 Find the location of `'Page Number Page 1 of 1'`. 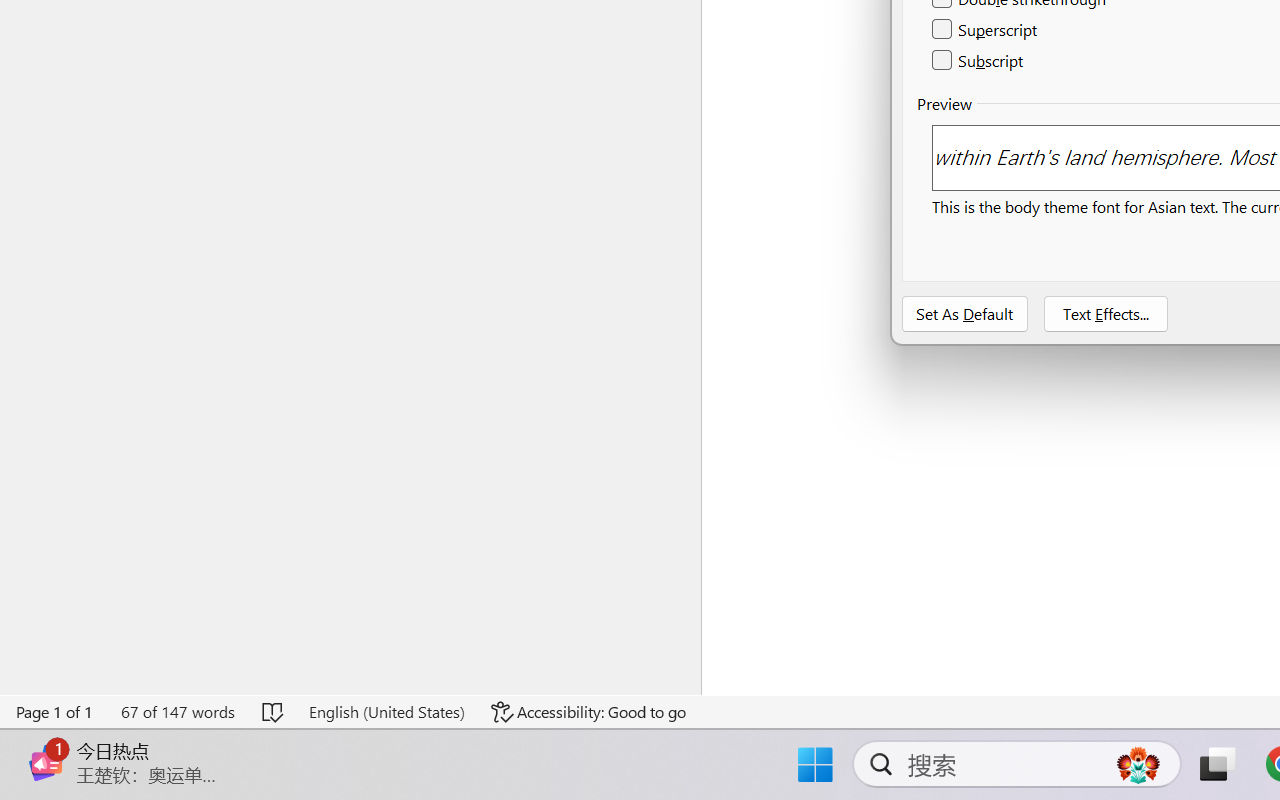

'Page Number Page 1 of 1' is located at coordinates (55, 711).